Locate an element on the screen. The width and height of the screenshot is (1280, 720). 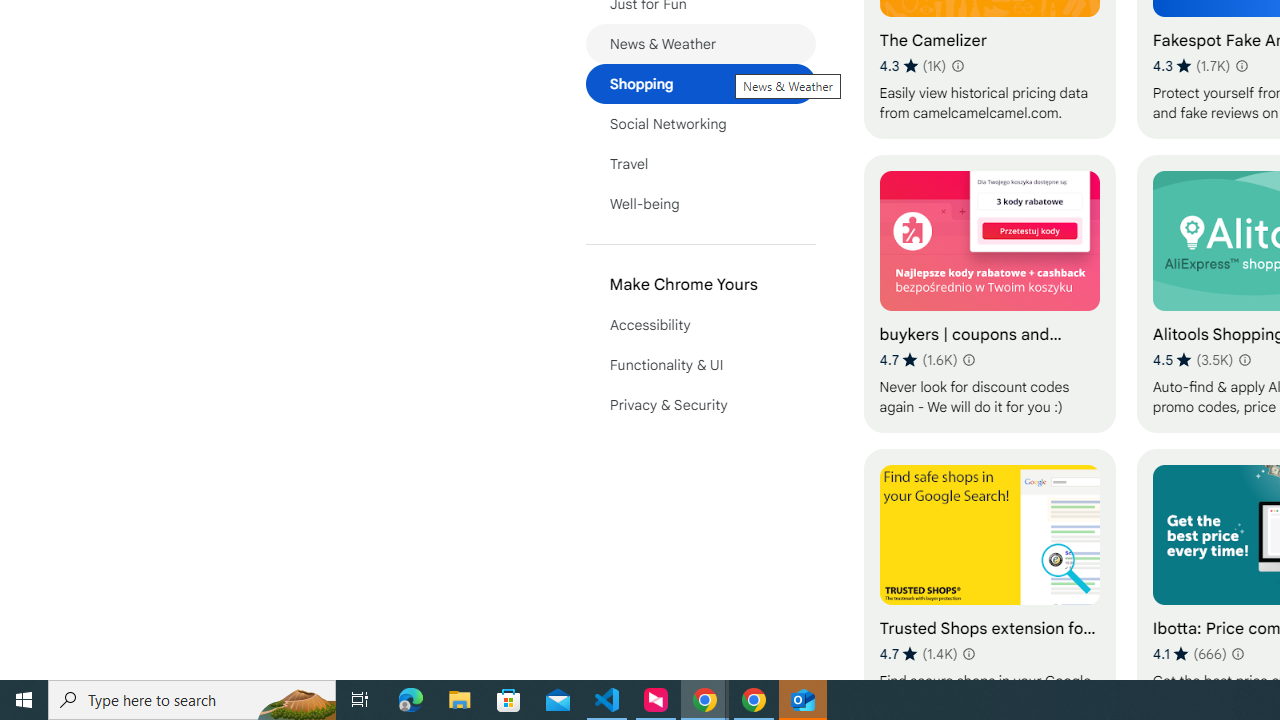
'Average rating 4.7 out of 5 stars. 1.6K ratings.' is located at coordinates (917, 360).